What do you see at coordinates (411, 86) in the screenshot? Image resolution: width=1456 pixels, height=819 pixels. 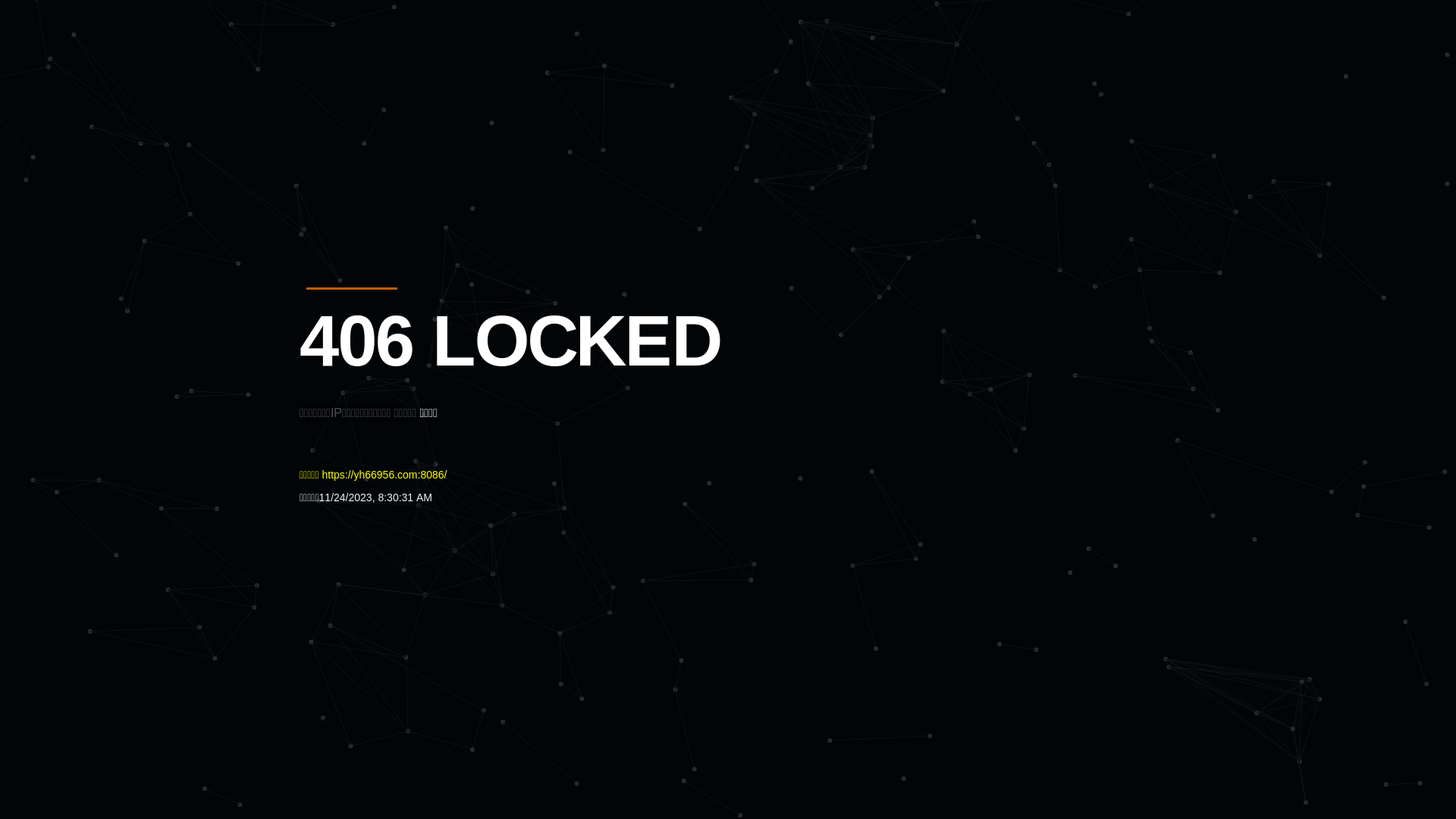 I see `'Quatro'` at bounding box center [411, 86].